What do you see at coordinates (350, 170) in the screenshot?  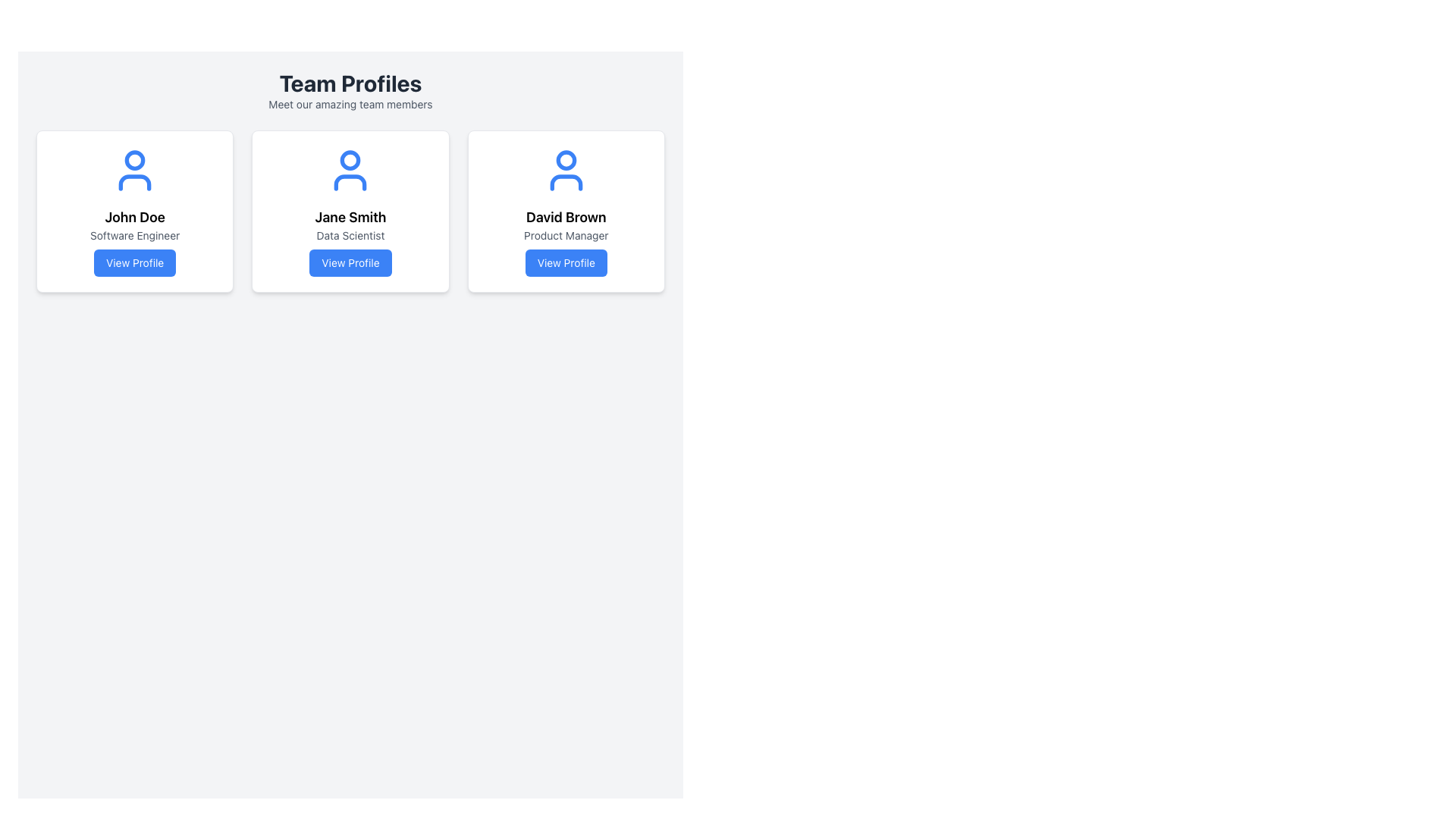 I see `the user icon representing Jane Smith's profile in the profile card, located at the center of the interface` at bounding box center [350, 170].